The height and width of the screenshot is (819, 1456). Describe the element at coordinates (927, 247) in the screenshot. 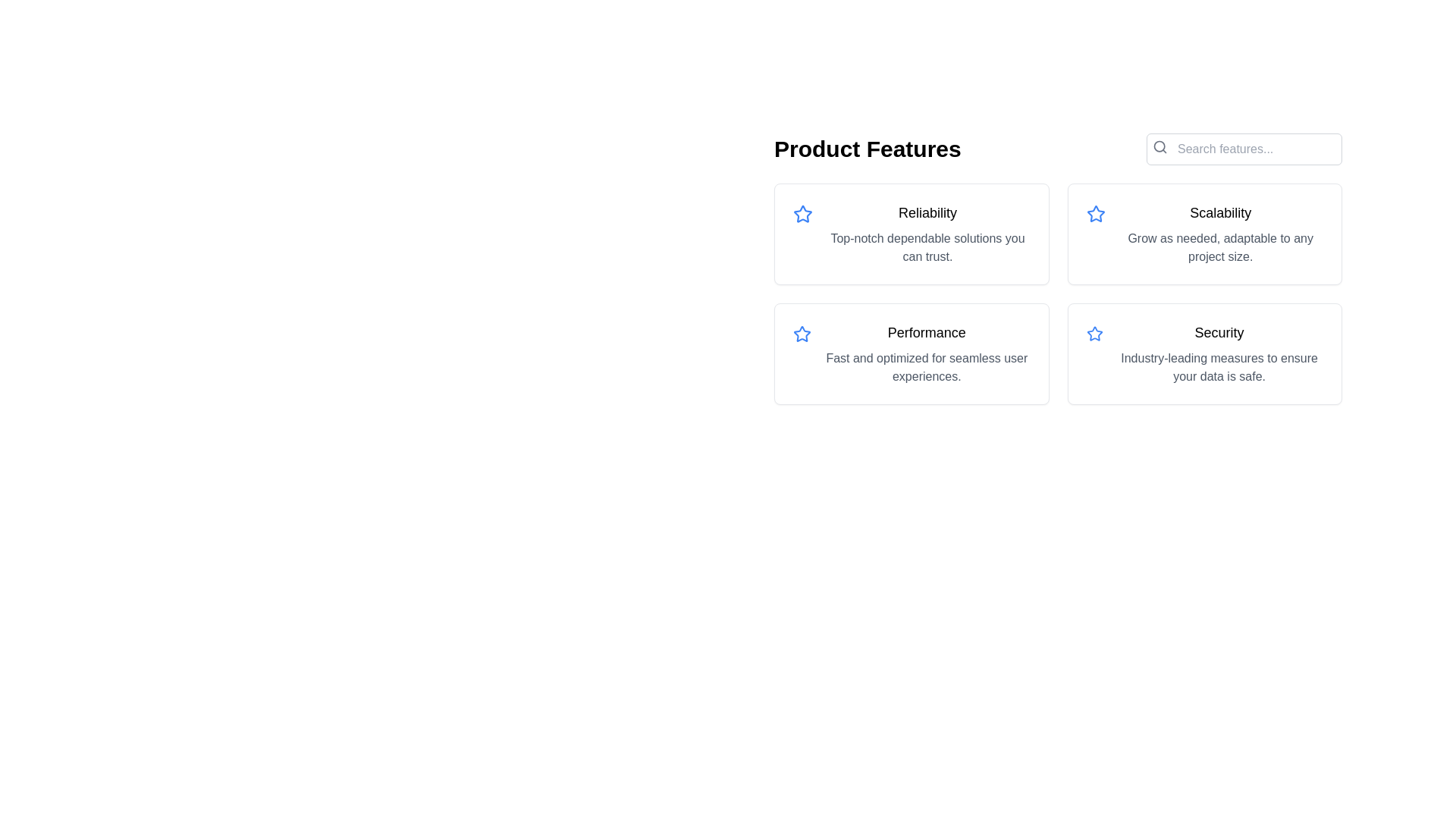

I see `the text providing context for the 'Reliability' feature located under the 'Reliability' heading in the product features box` at that location.